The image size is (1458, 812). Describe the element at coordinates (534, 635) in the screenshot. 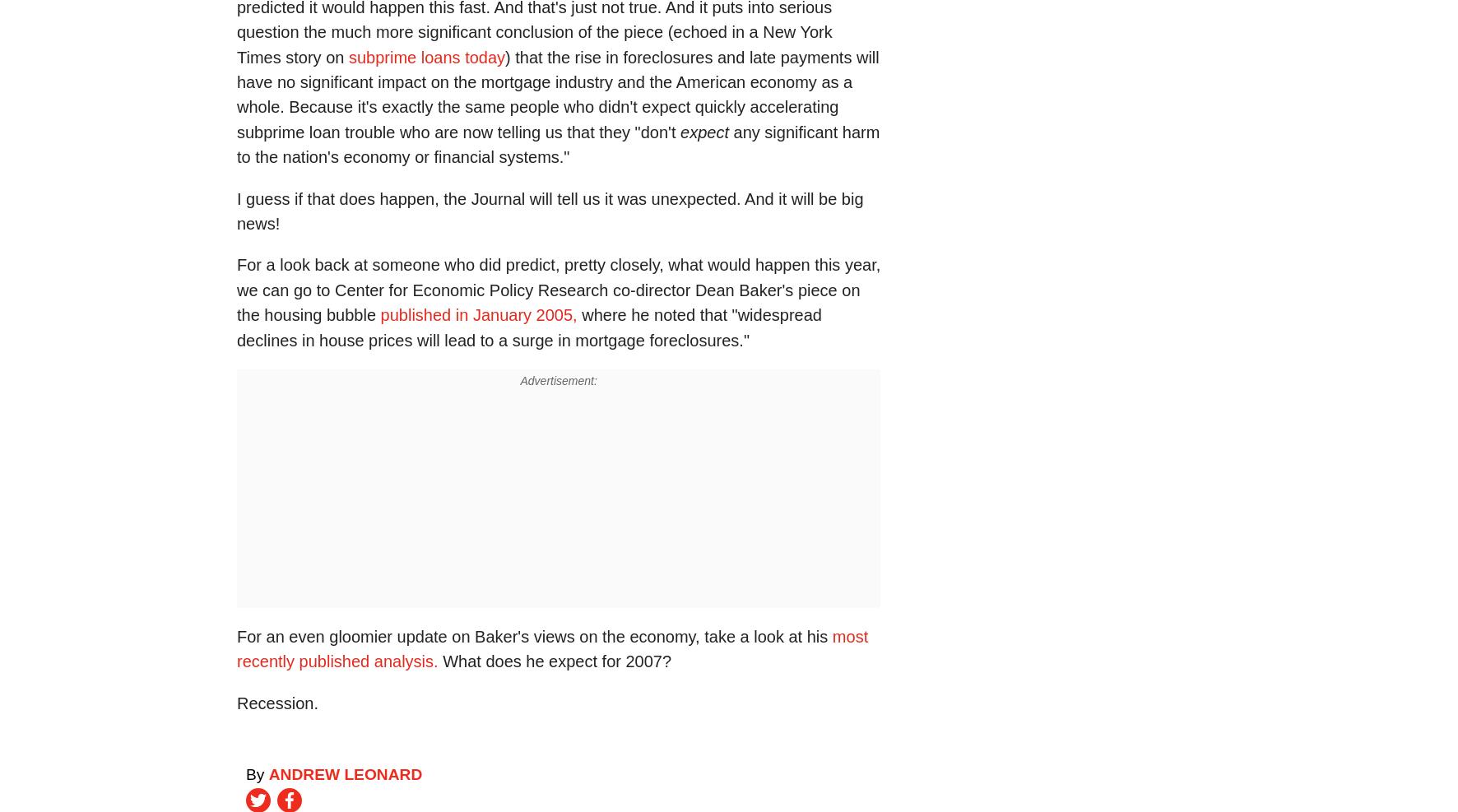

I see `'For an even gloomier update on Baker's views on the economy, take a look at his'` at that location.